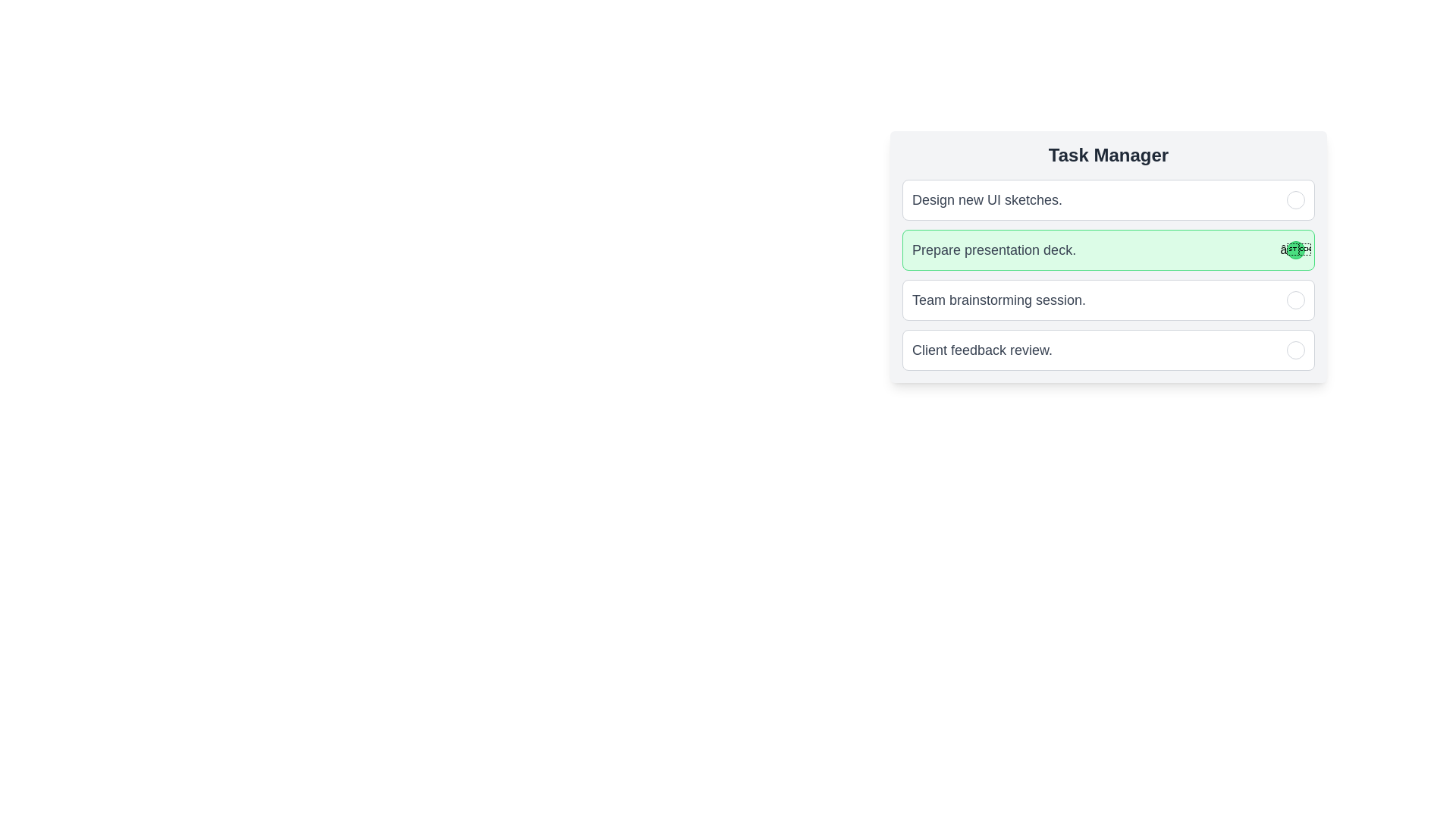 The width and height of the screenshot is (1456, 819). Describe the element at coordinates (1294, 249) in the screenshot. I see `the small circular green Status Indicator badge with a white checkmark symbol ('✔') located at the rightmost side of the task row for 'Prepare presentation deck.'` at that location.